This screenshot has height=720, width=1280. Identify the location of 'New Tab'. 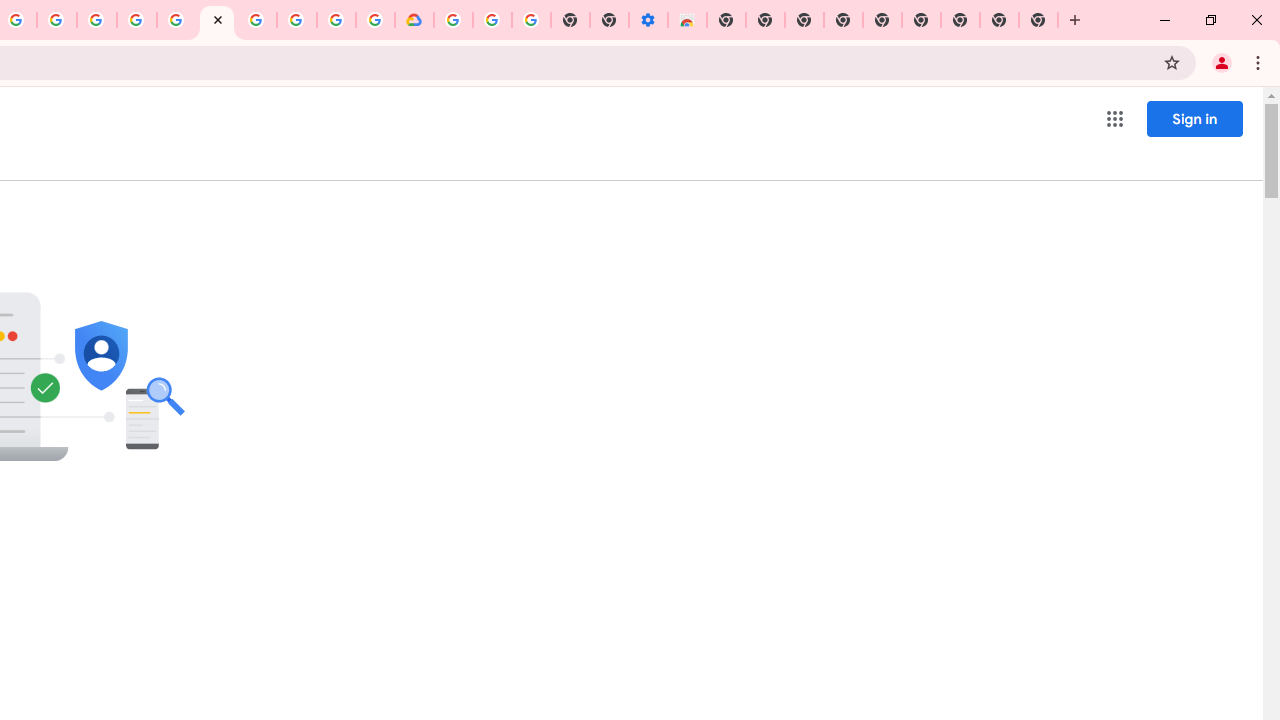
(1038, 20).